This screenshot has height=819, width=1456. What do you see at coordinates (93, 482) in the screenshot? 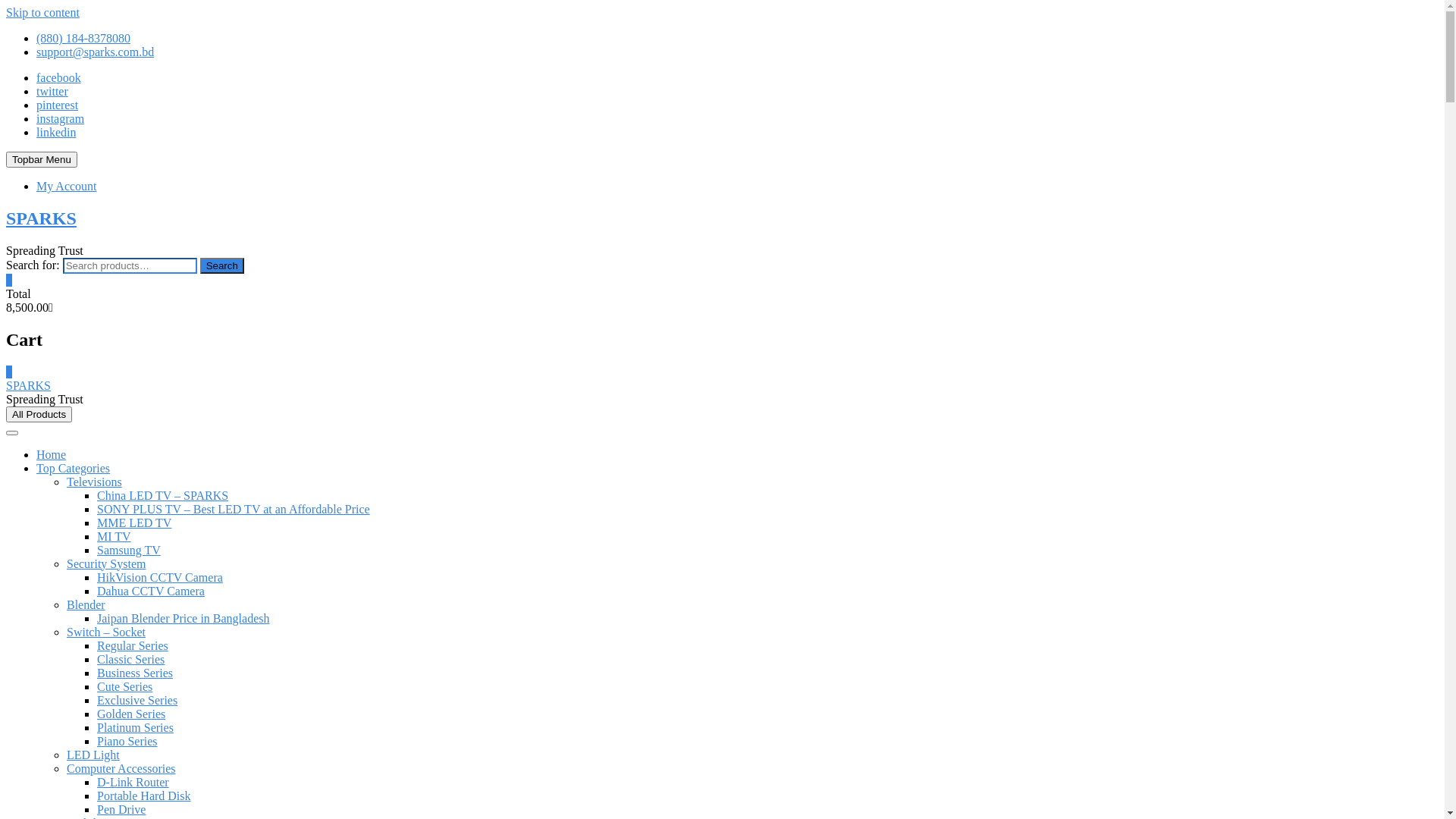
I see `'Televisions'` at bounding box center [93, 482].